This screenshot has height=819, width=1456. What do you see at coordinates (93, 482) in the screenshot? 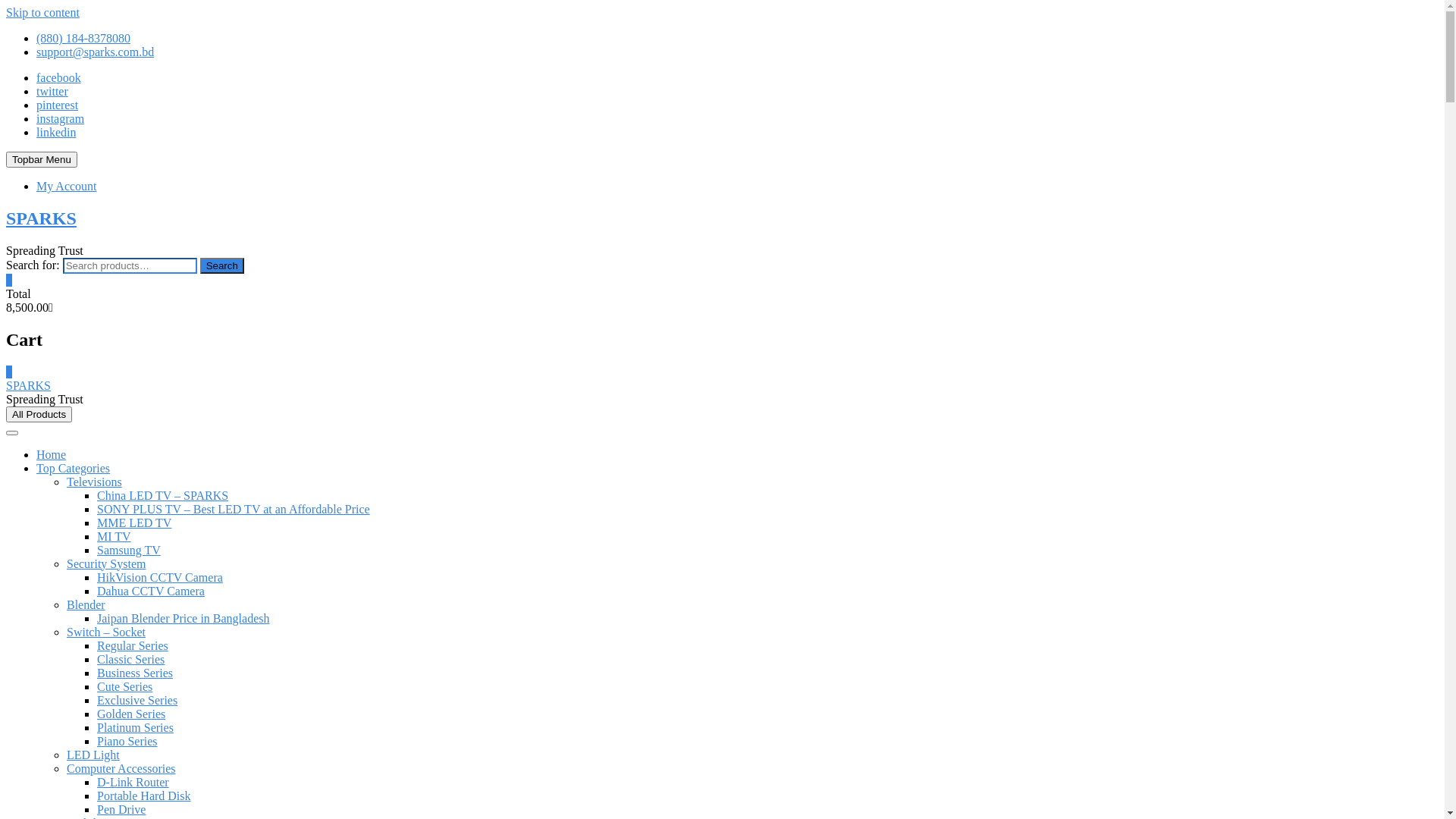
I see `'Televisions'` at bounding box center [93, 482].